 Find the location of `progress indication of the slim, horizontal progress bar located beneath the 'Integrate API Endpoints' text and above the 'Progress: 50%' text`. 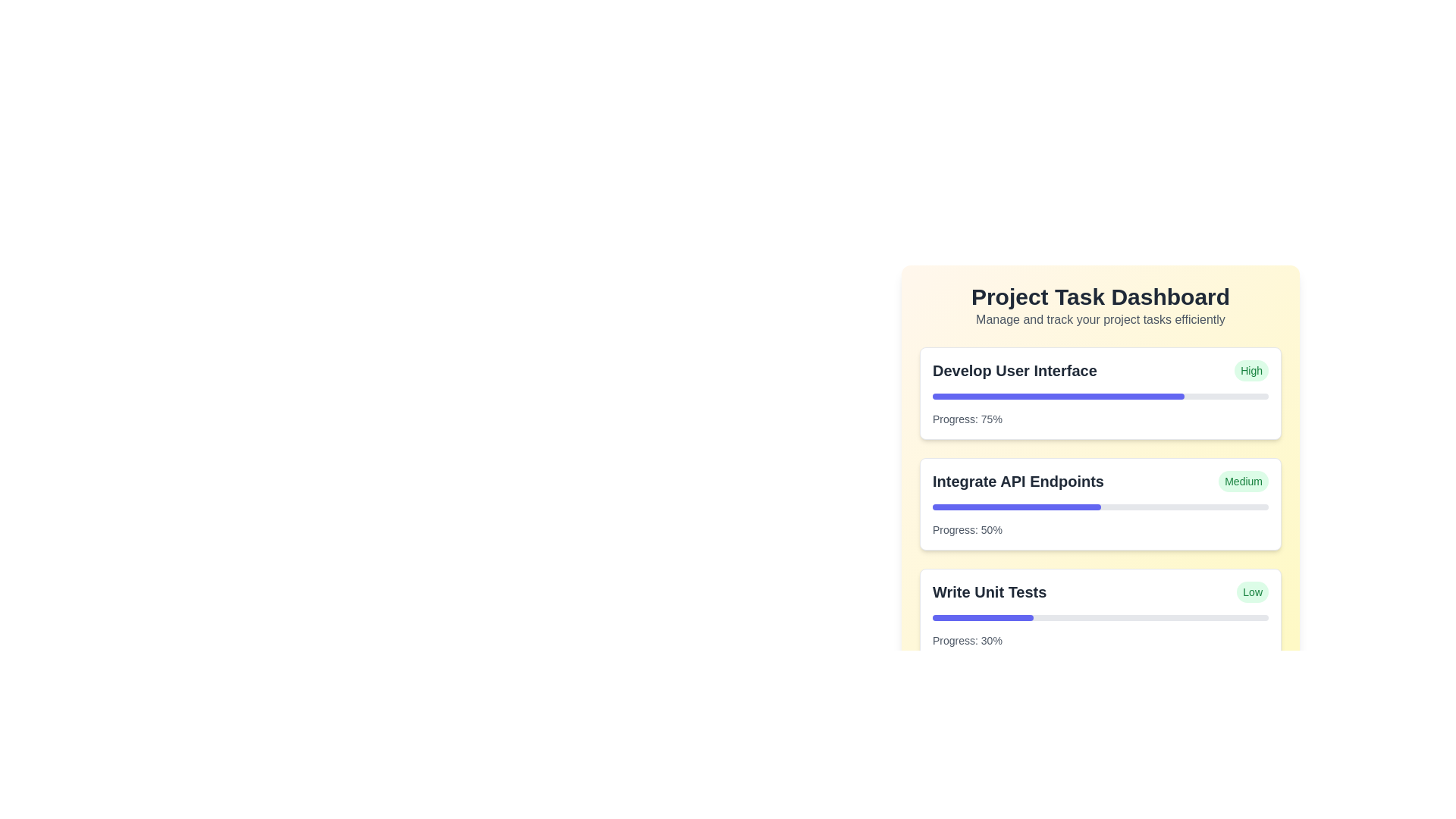

progress indication of the slim, horizontal progress bar located beneath the 'Integrate API Endpoints' text and above the 'Progress: 50%' text is located at coordinates (1100, 507).